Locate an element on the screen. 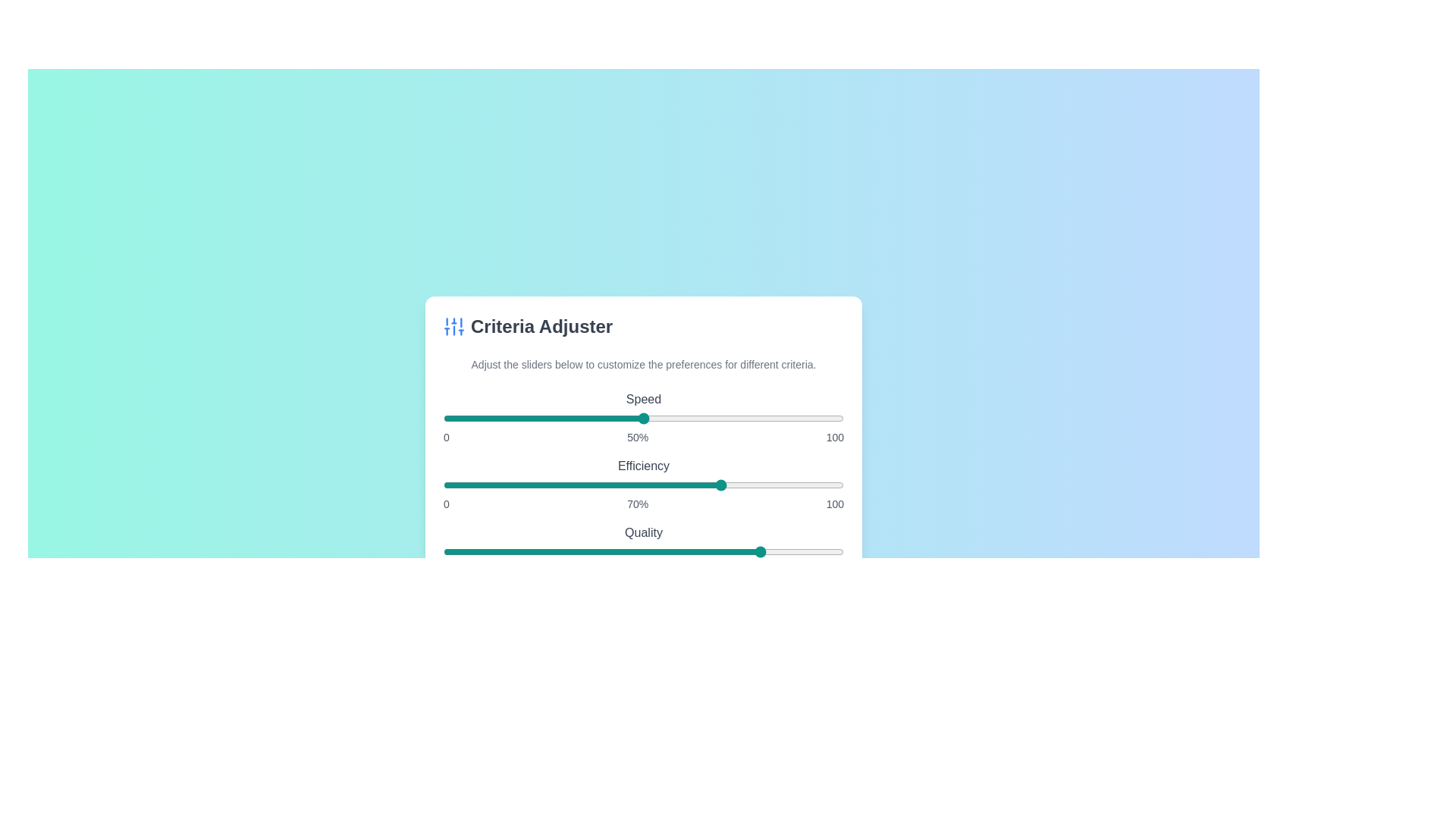 The width and height of the screenshot is (1456, 819). the 'Quality' slider to set its value to 63 is located at coordinates (695, 552).